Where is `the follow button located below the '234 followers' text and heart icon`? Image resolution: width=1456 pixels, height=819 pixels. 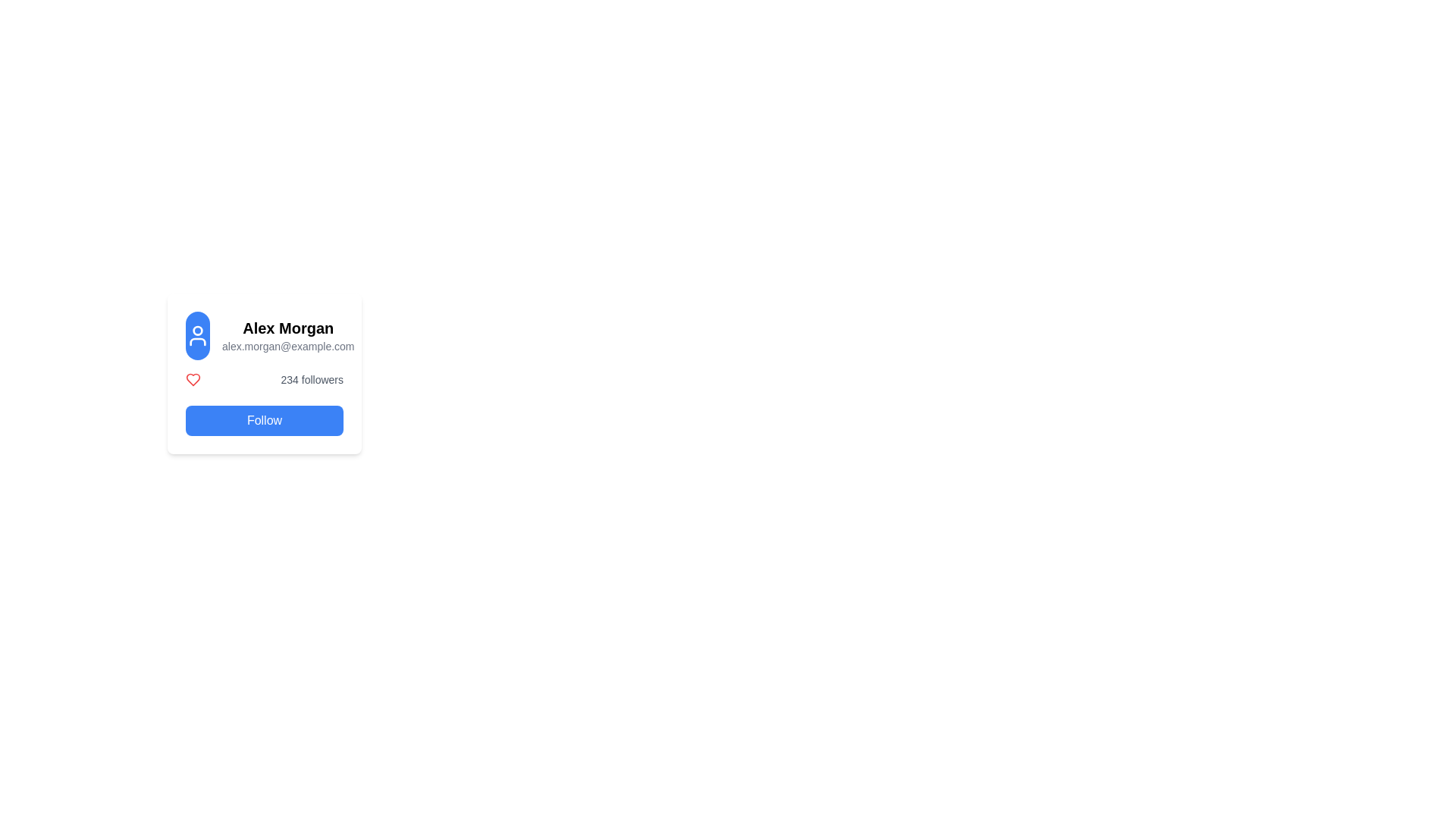
the follow button located below the '234 followers' text and heart icon is located at coordinates (265, 421).